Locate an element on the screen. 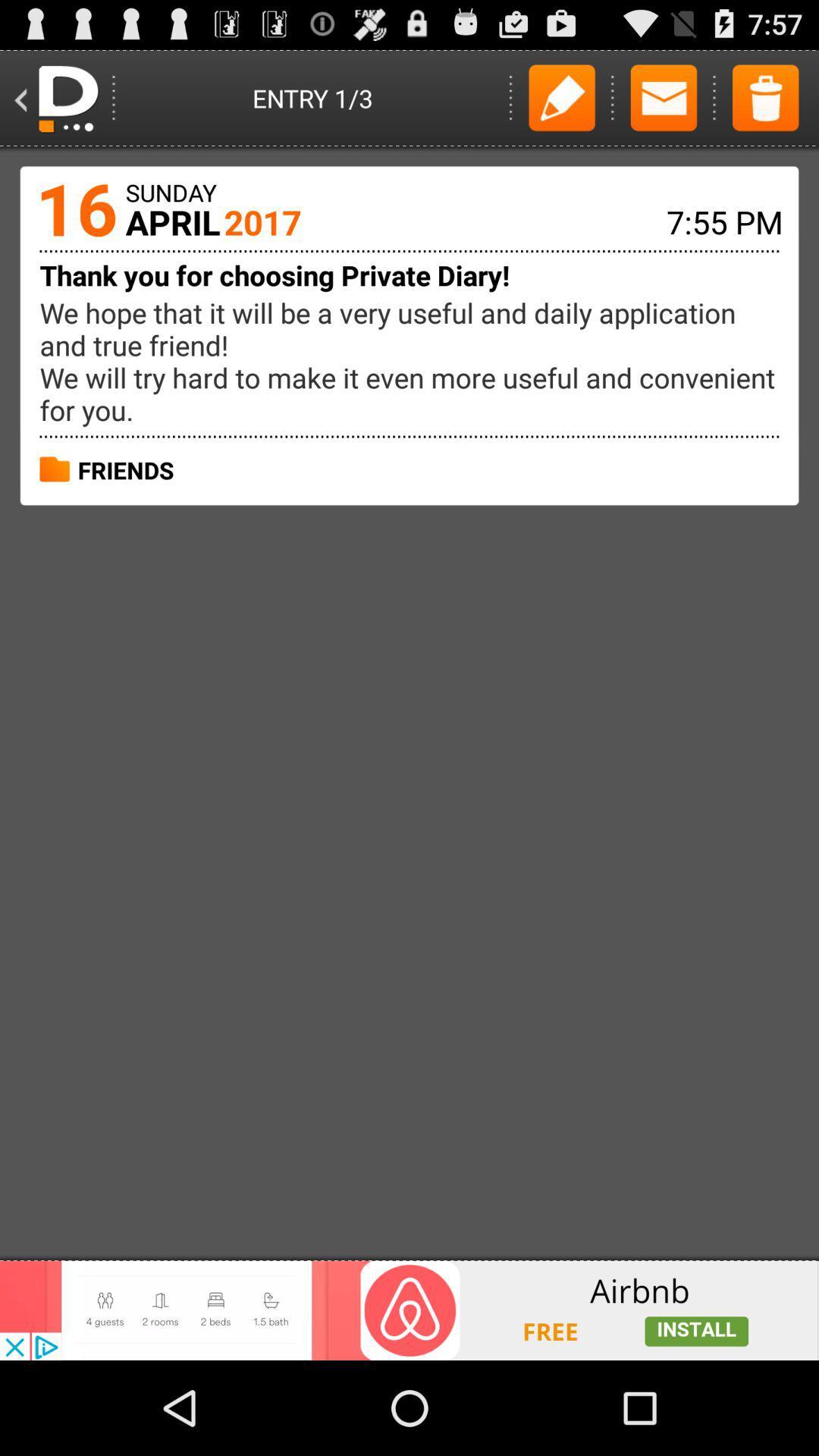 The height and width of the screenshot is (1456, 819). the dotted lines which is in between message and delete button is located at coordinates (714, 97).